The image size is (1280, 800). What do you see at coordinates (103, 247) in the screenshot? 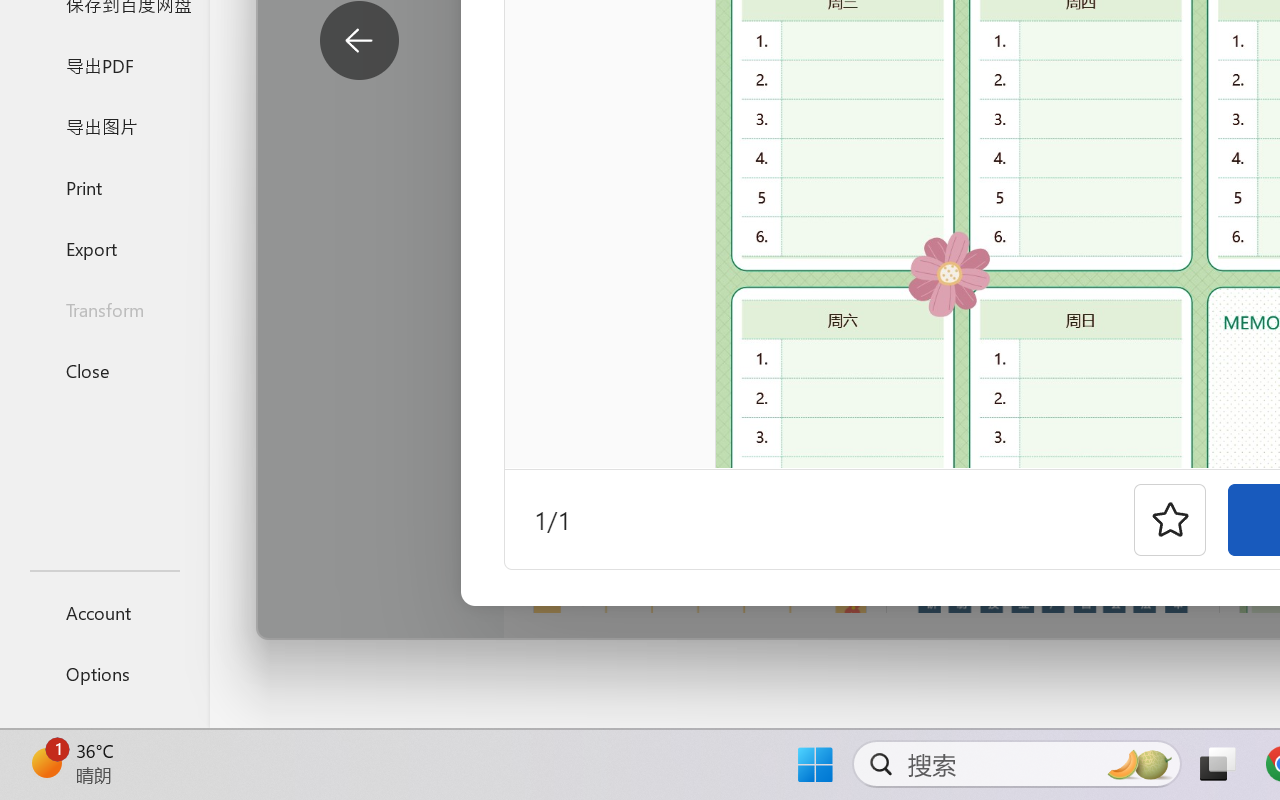
I see `'Export'` at bounding box center [103, 247].